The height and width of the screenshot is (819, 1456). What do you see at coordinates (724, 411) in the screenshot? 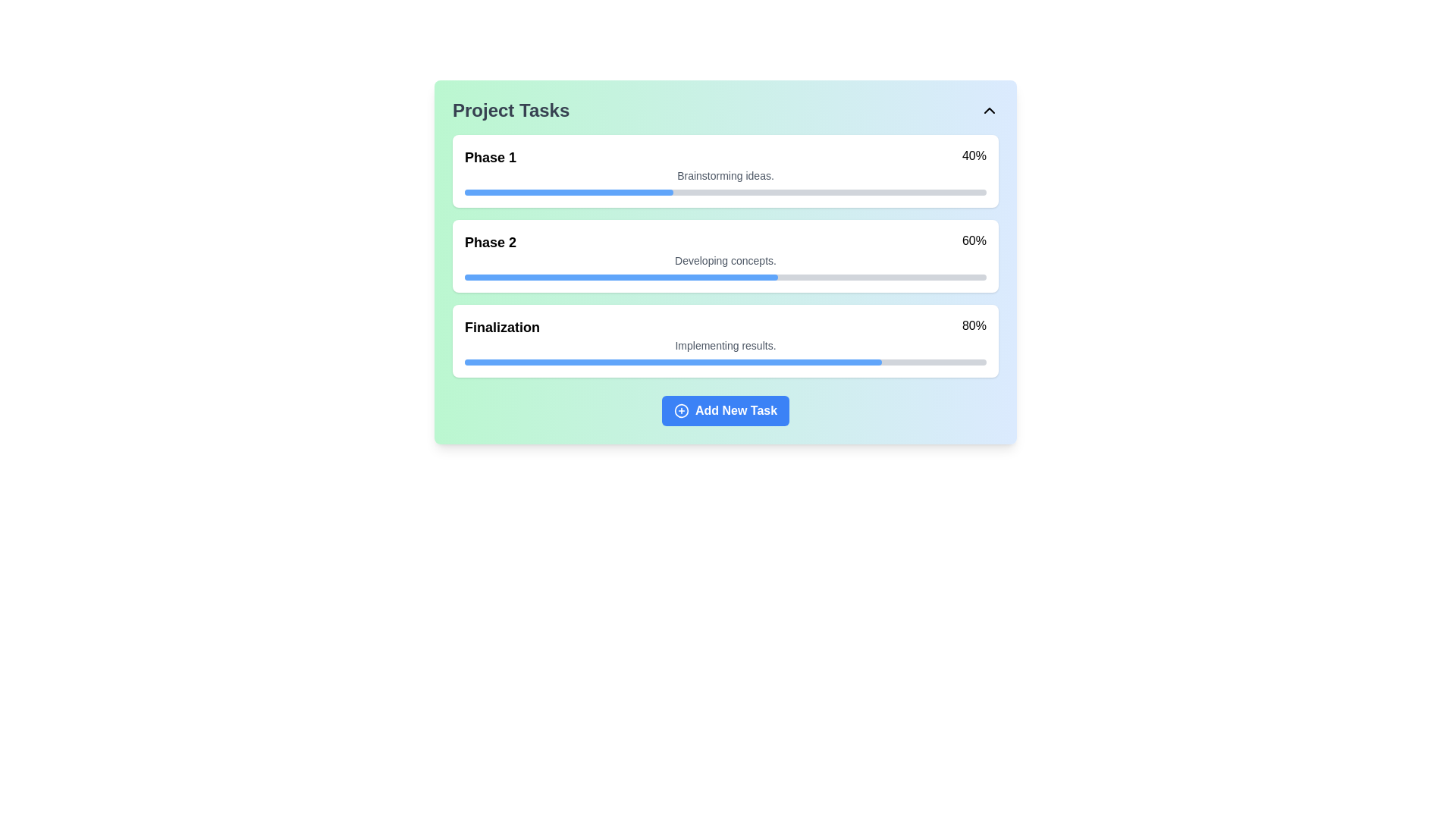
I see `the rectangular button with a blue background and white text reading 'Add New Task'` at bounding box center [724, 411].